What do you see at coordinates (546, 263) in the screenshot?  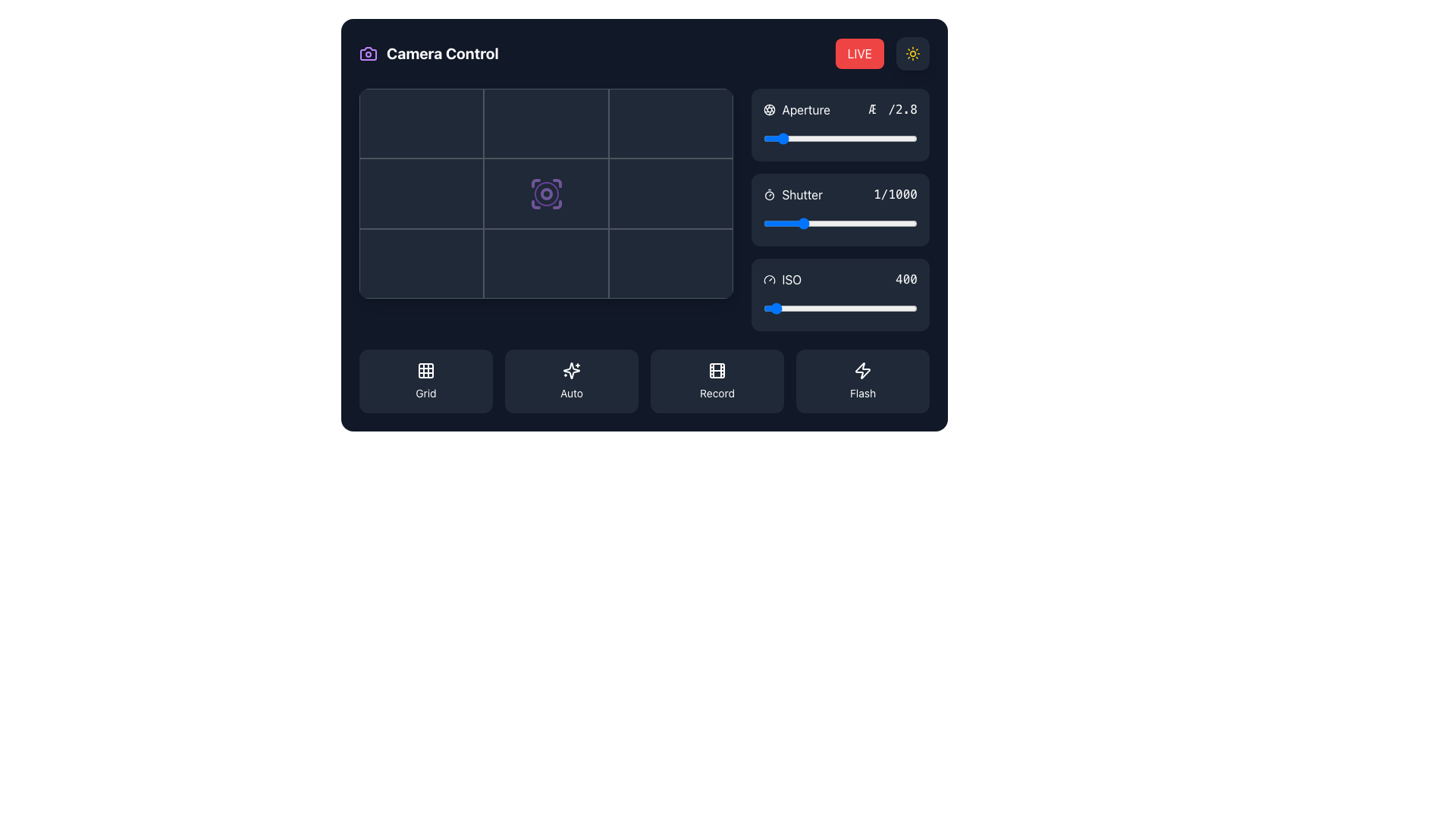 I see `the clickable grid cell located in the bottom-middle position of the grid` at bounding box center [546, 263].